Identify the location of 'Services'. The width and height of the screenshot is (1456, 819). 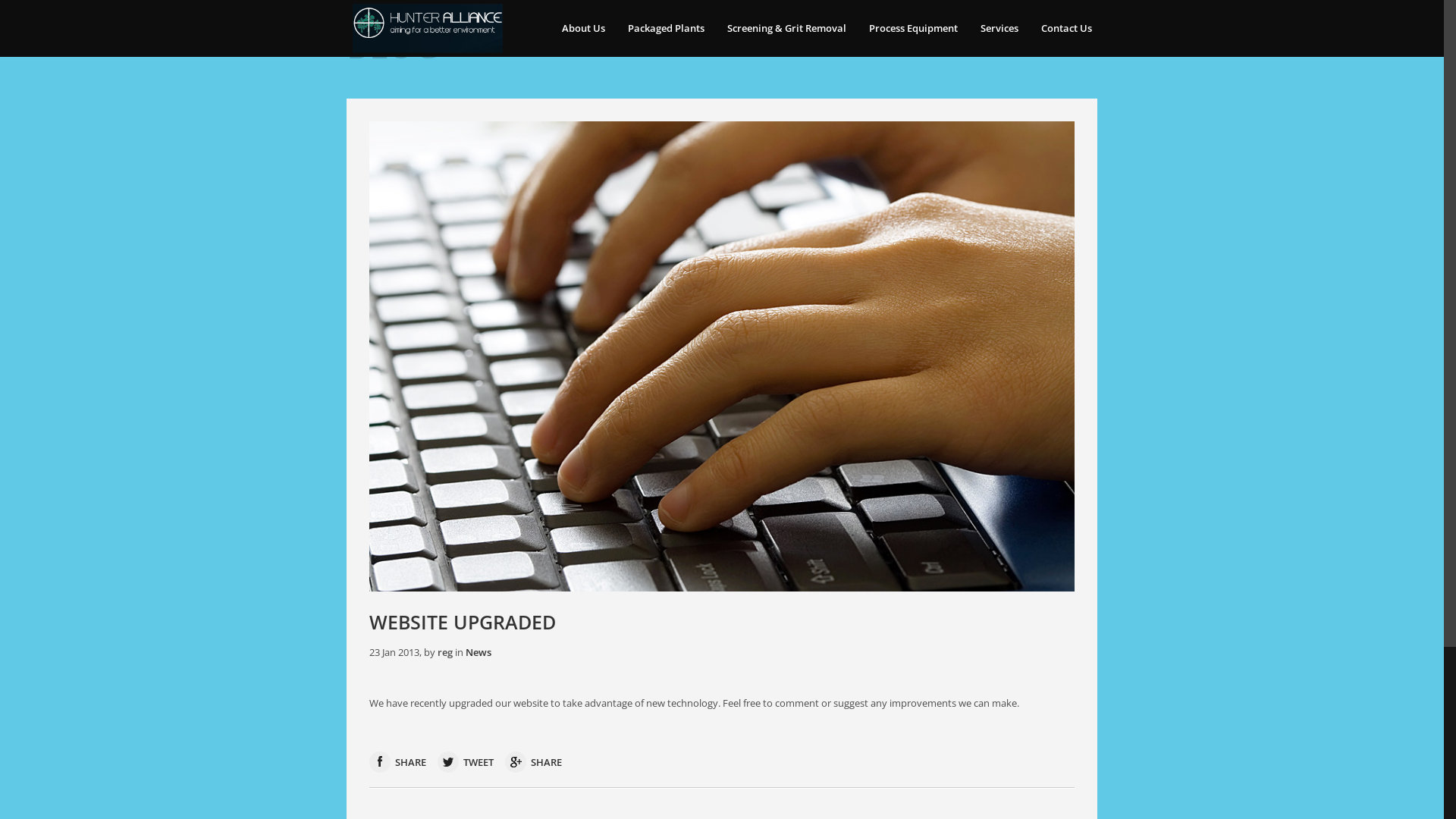
(999, 28).